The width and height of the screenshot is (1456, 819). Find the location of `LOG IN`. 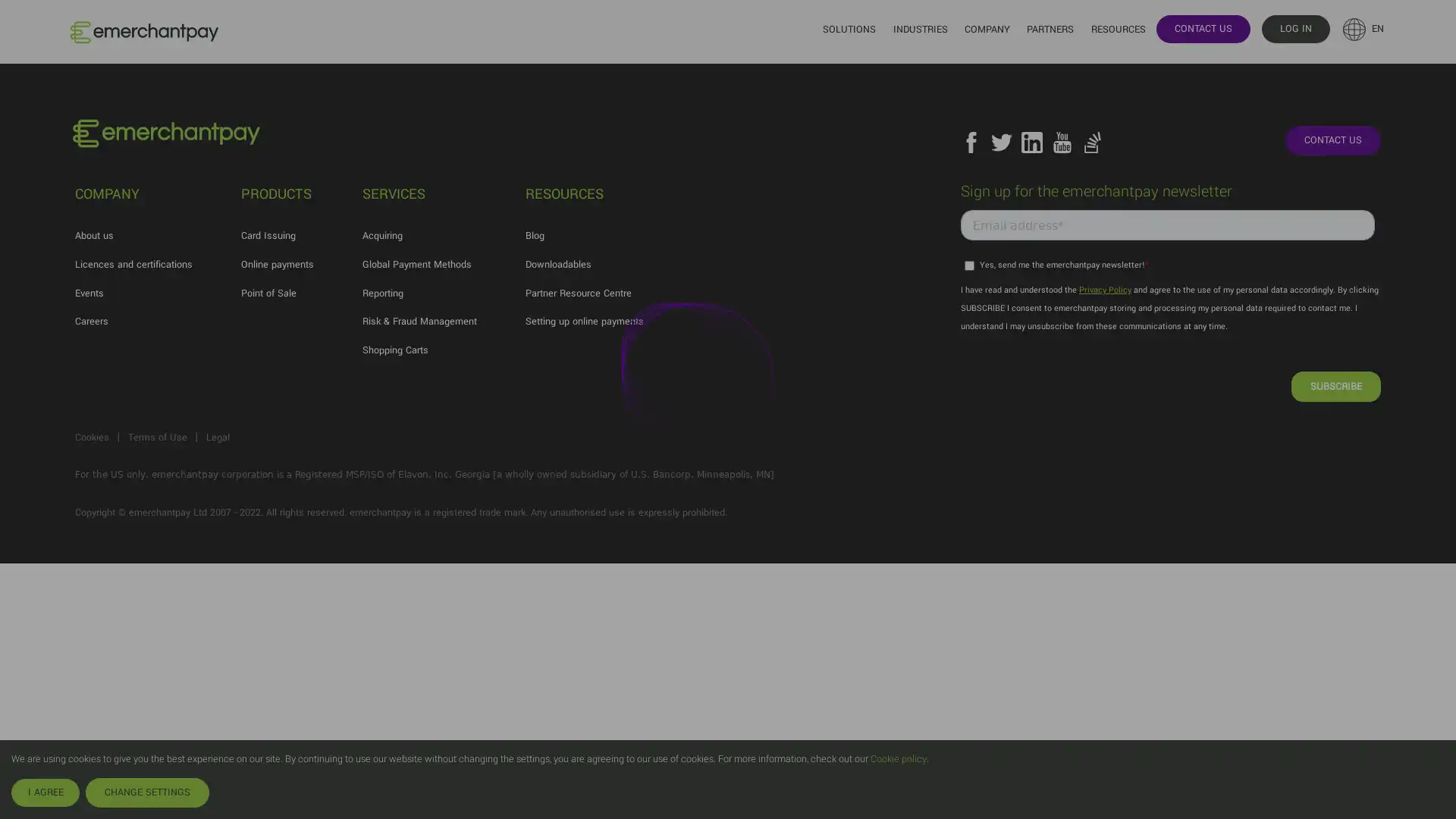

LOG IN is located at coordinates (1294, 28).